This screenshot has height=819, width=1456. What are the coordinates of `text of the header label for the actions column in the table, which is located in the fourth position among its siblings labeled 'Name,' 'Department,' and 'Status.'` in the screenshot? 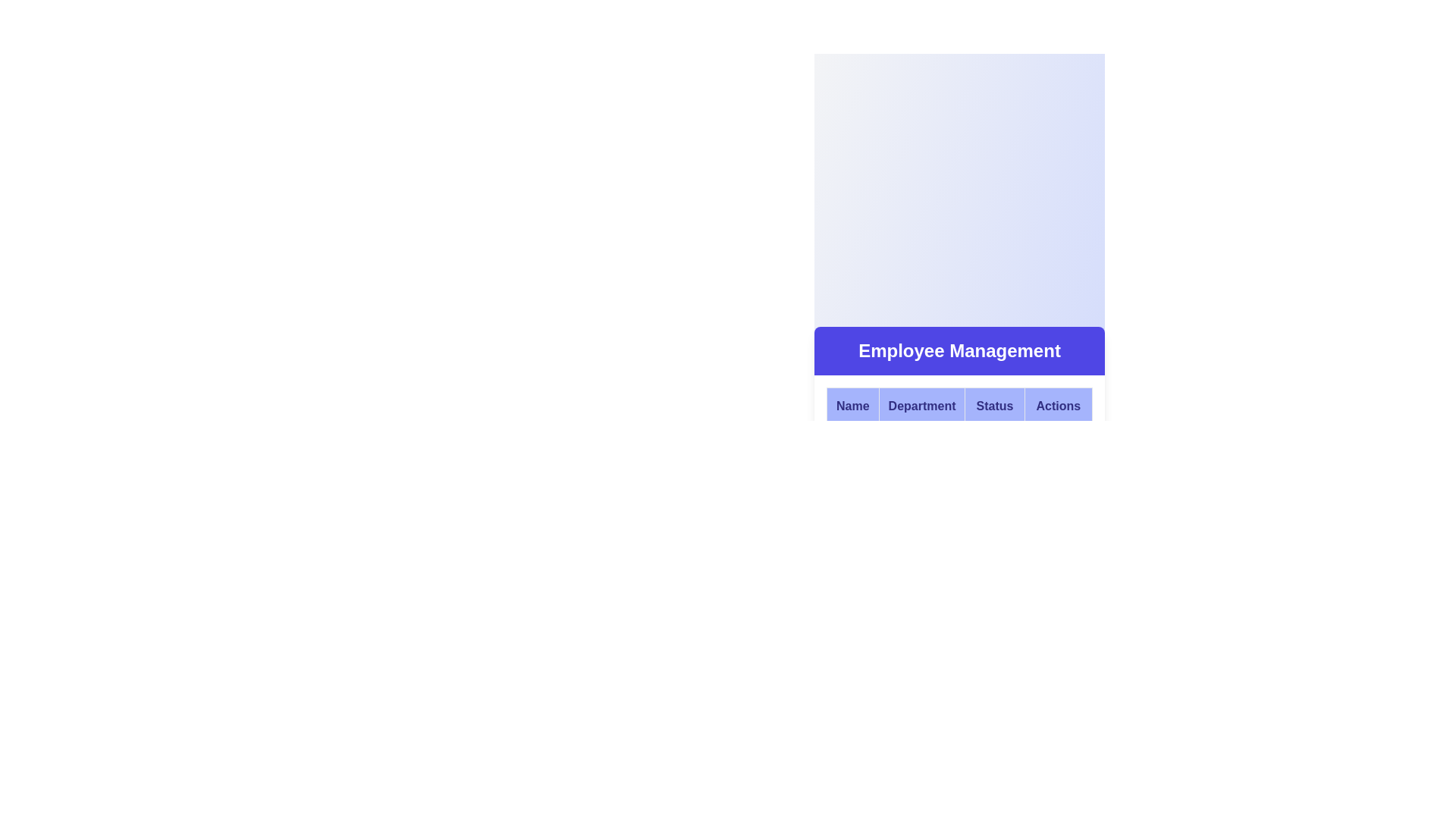 It's located at (1057, 405).